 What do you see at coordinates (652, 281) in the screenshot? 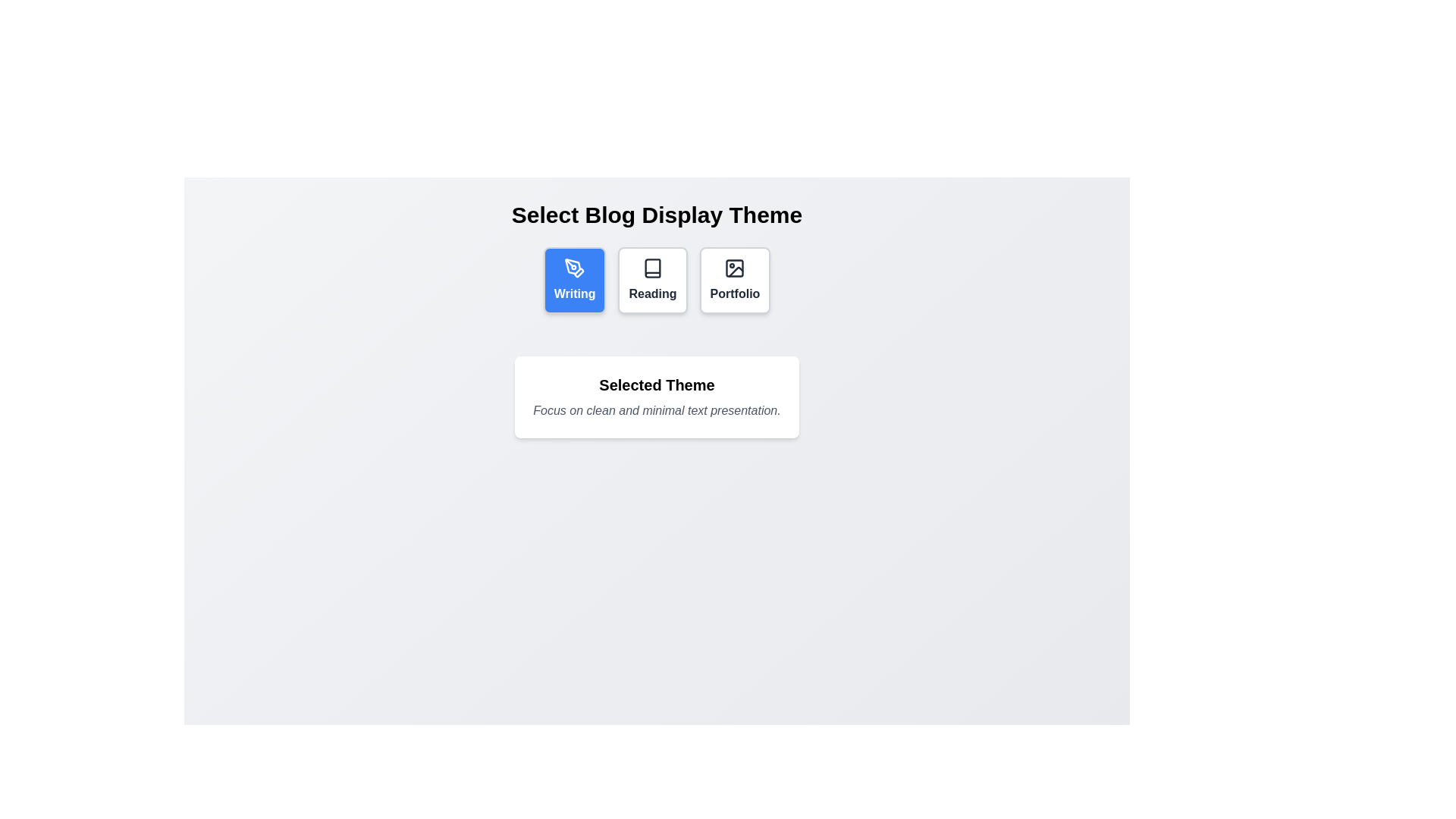
I see `the button to select the theme Reading` at bounding box center [652, 281].